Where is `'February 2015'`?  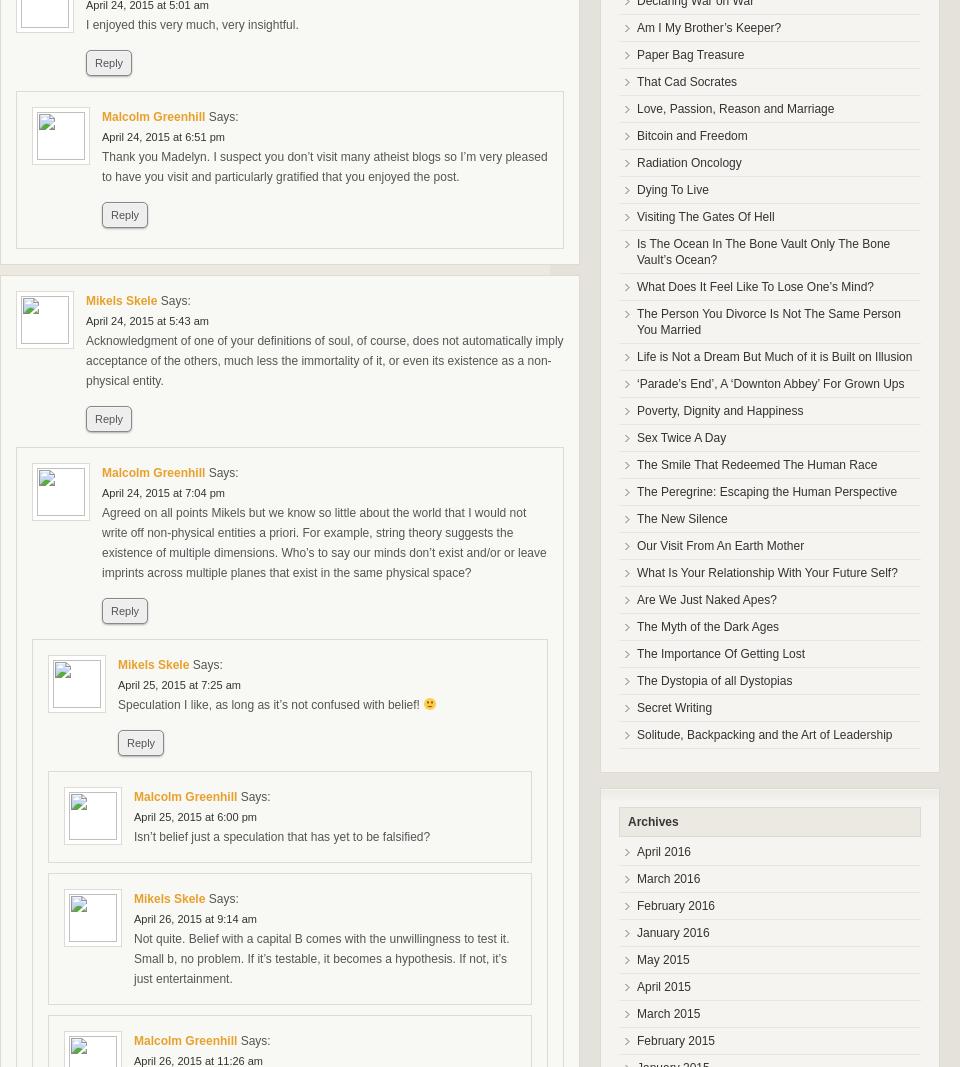
'February 2015' is located at coordinates (635, 1040).